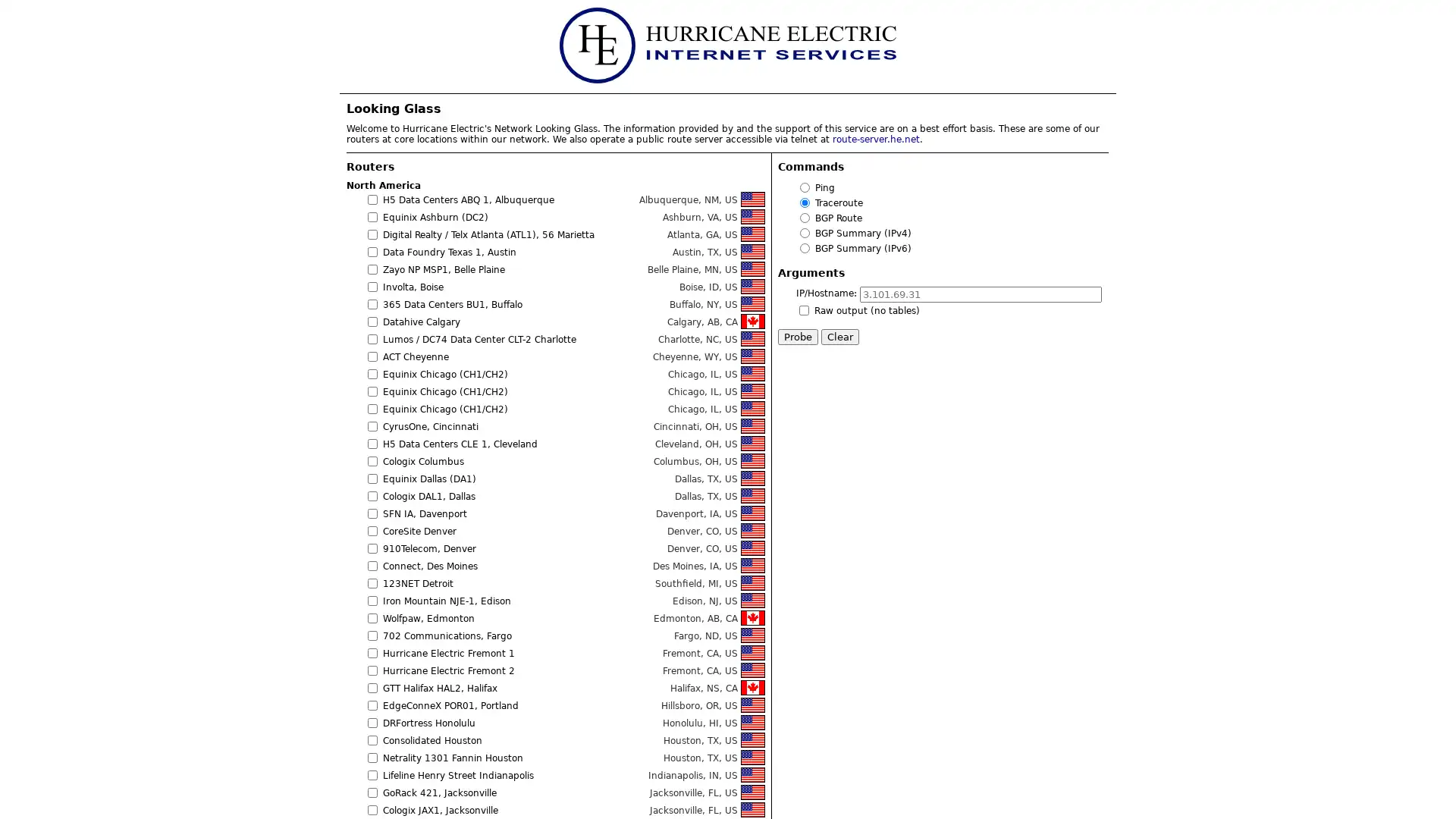 This screenshot has width=1456, height=819. Describe the element at coordinates (797, 336) in the screenshot. I see `Probe` at that location.